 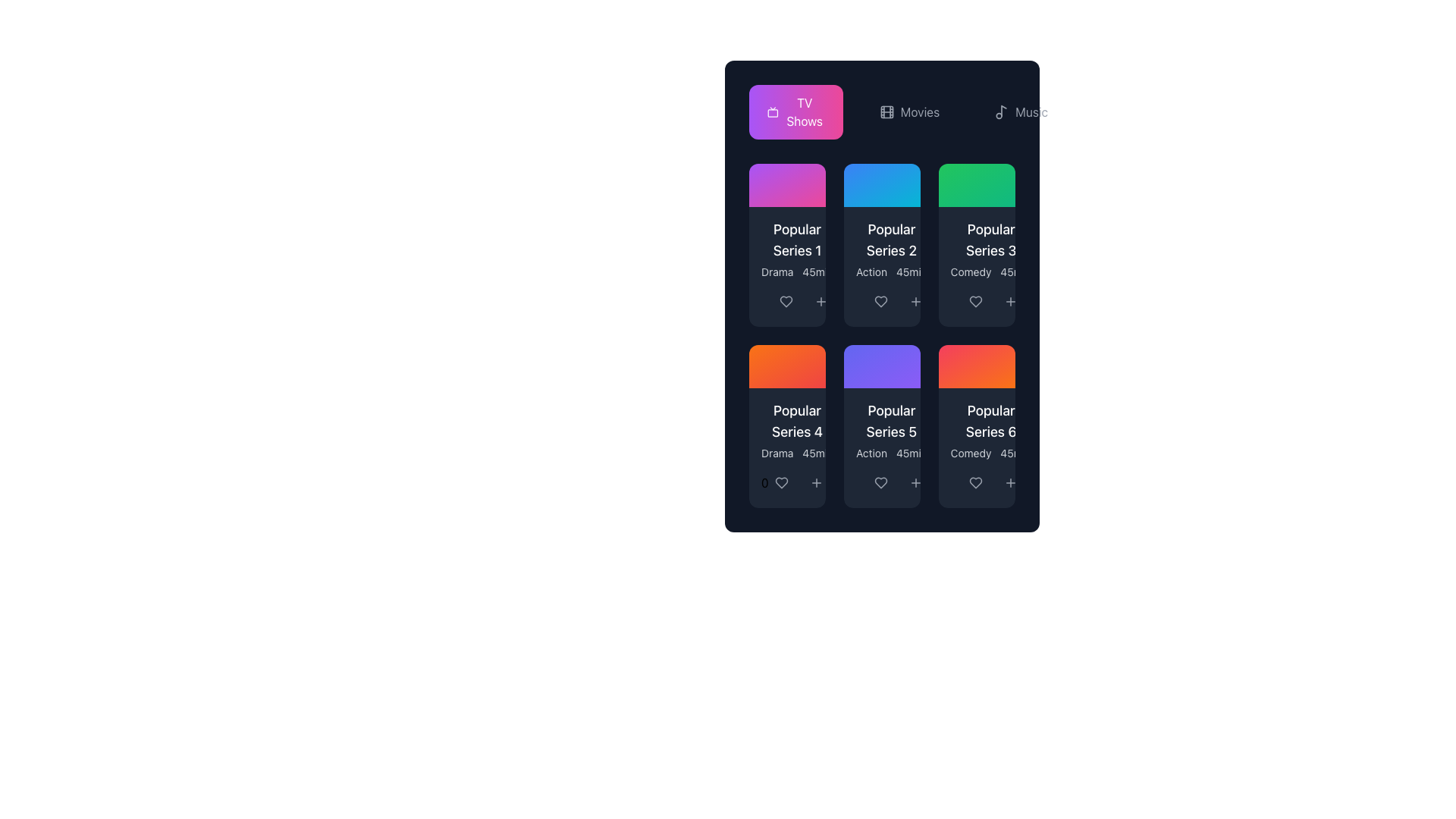 What do you see at coordinates (787, 426) in the screenshot?
I see `the 'Popular Series 4' text on the orange to red gradient card located in the bottom-left corner of the grid layout` at bounding box center [787, 426].